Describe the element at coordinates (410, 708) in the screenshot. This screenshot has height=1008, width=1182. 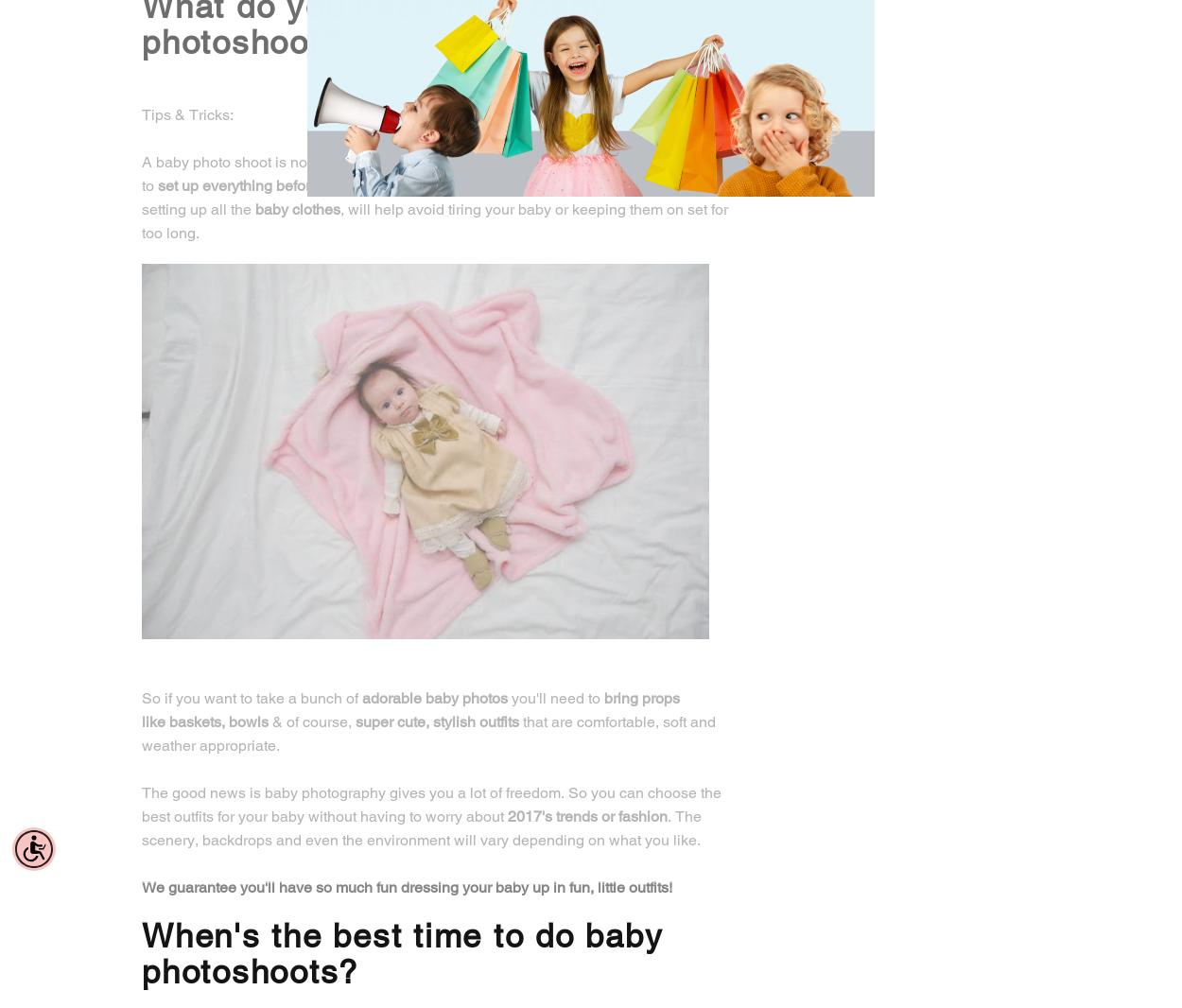
I see `'bring props like baskets, bowls'` at that location.